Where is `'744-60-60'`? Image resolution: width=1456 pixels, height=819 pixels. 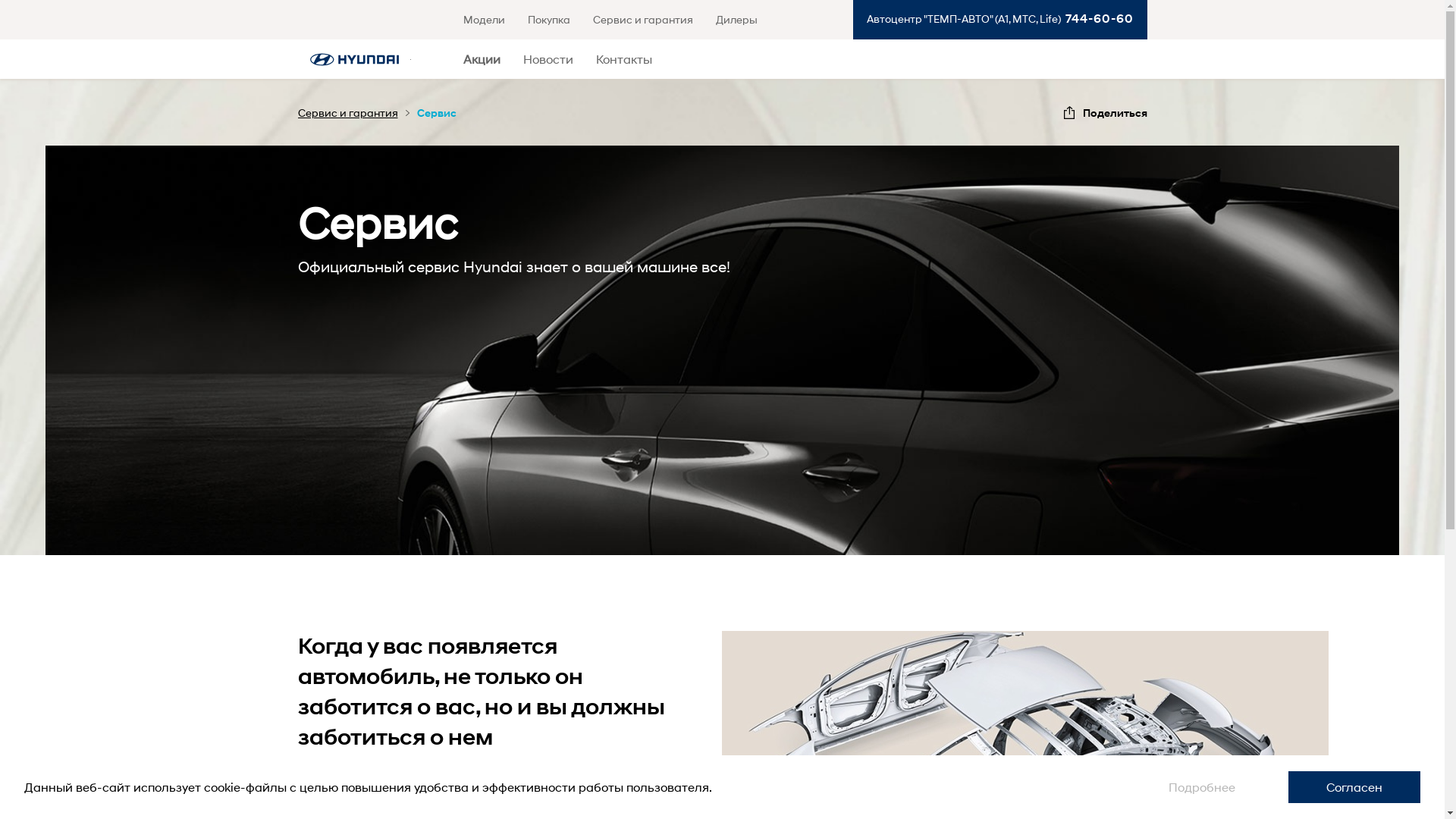 '744-60-60' is located at coordinates (1096, 18).